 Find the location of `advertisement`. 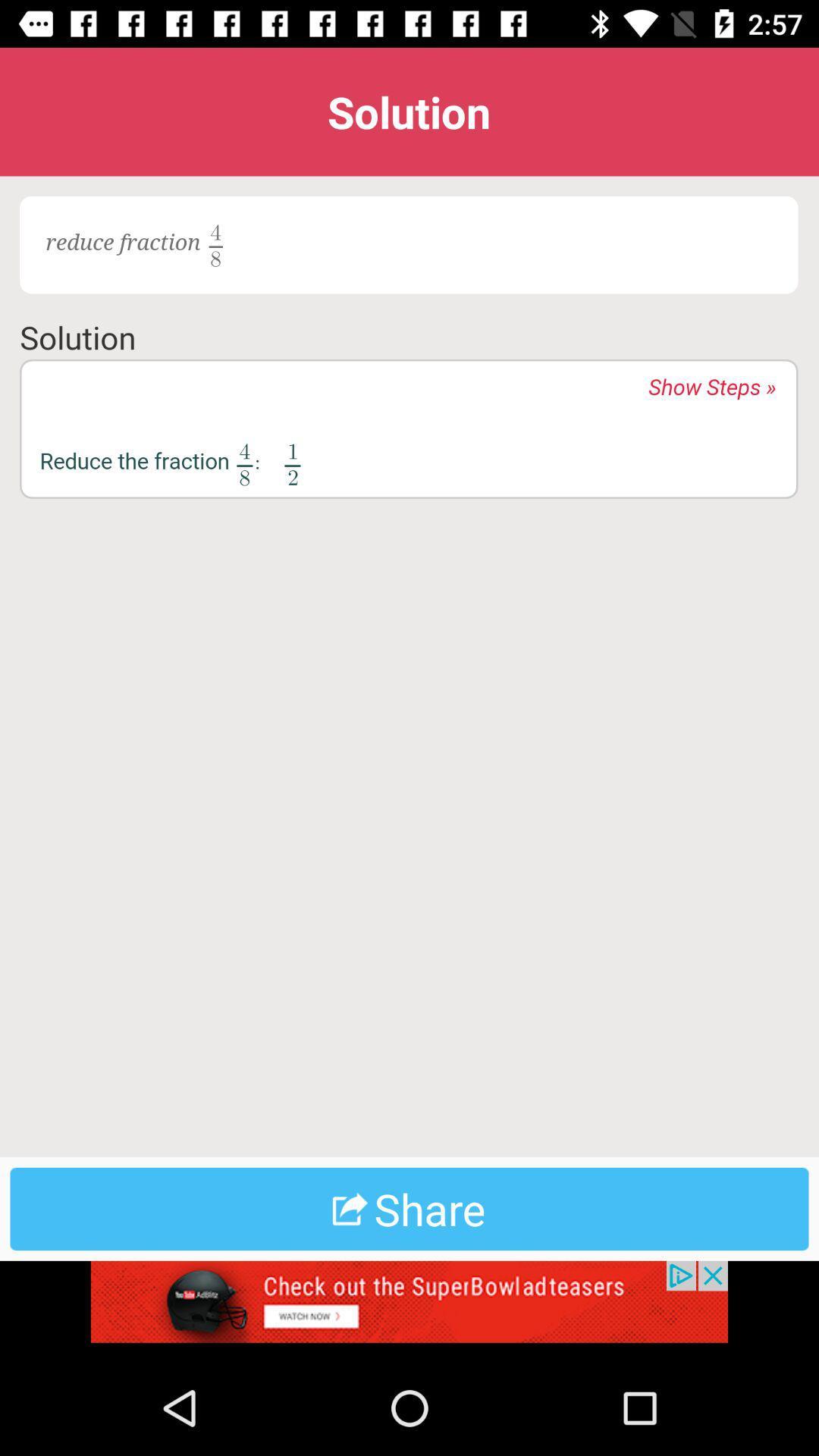

advertisement is located at coordinates (409, 1310).